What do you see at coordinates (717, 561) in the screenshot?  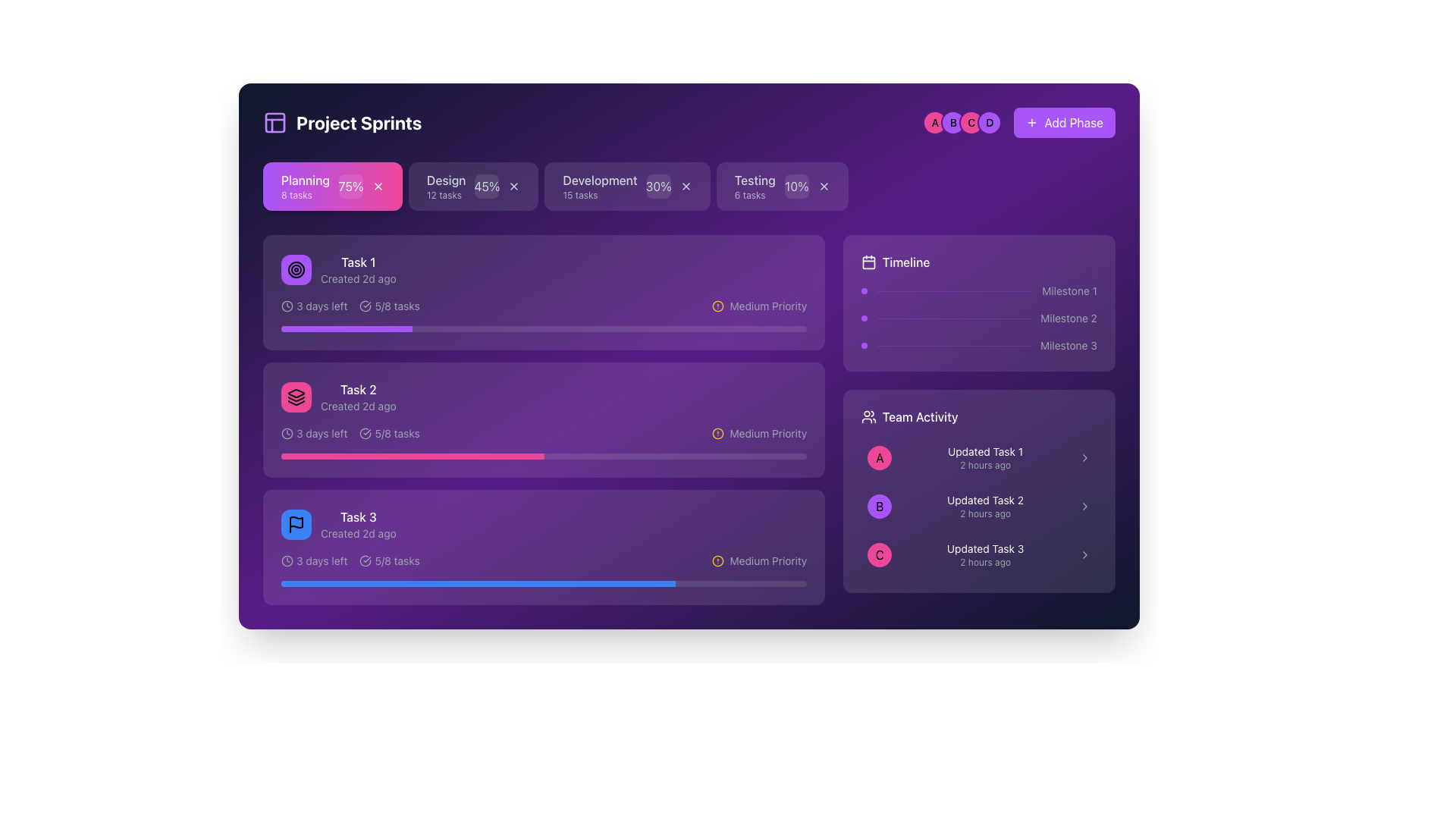 I see `the alert icon located to the left of the 'Medium Priority' text in the third task panel from the top` at bounding box center [717, 561].